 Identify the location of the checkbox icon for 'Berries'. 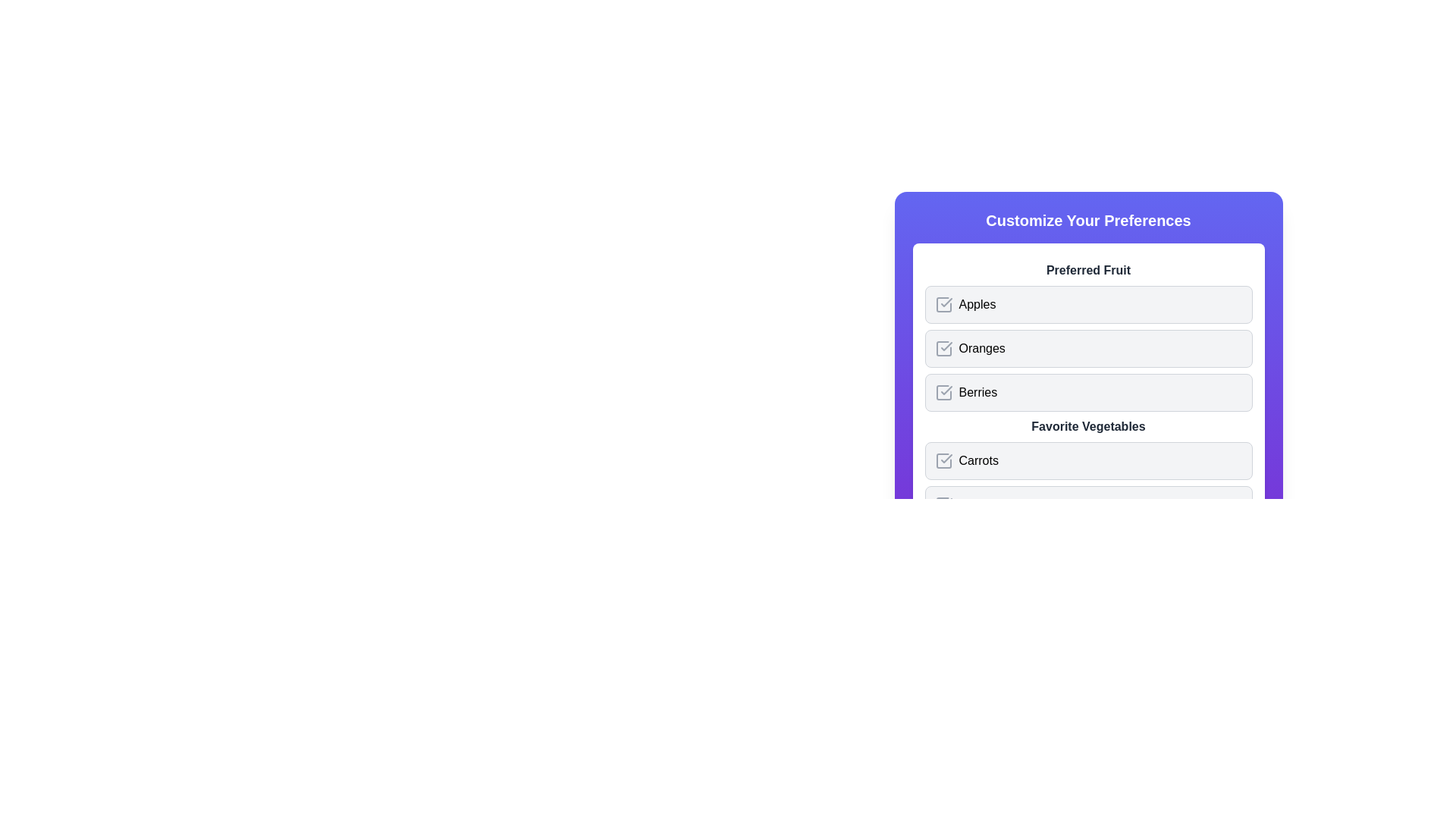
(943, 391).